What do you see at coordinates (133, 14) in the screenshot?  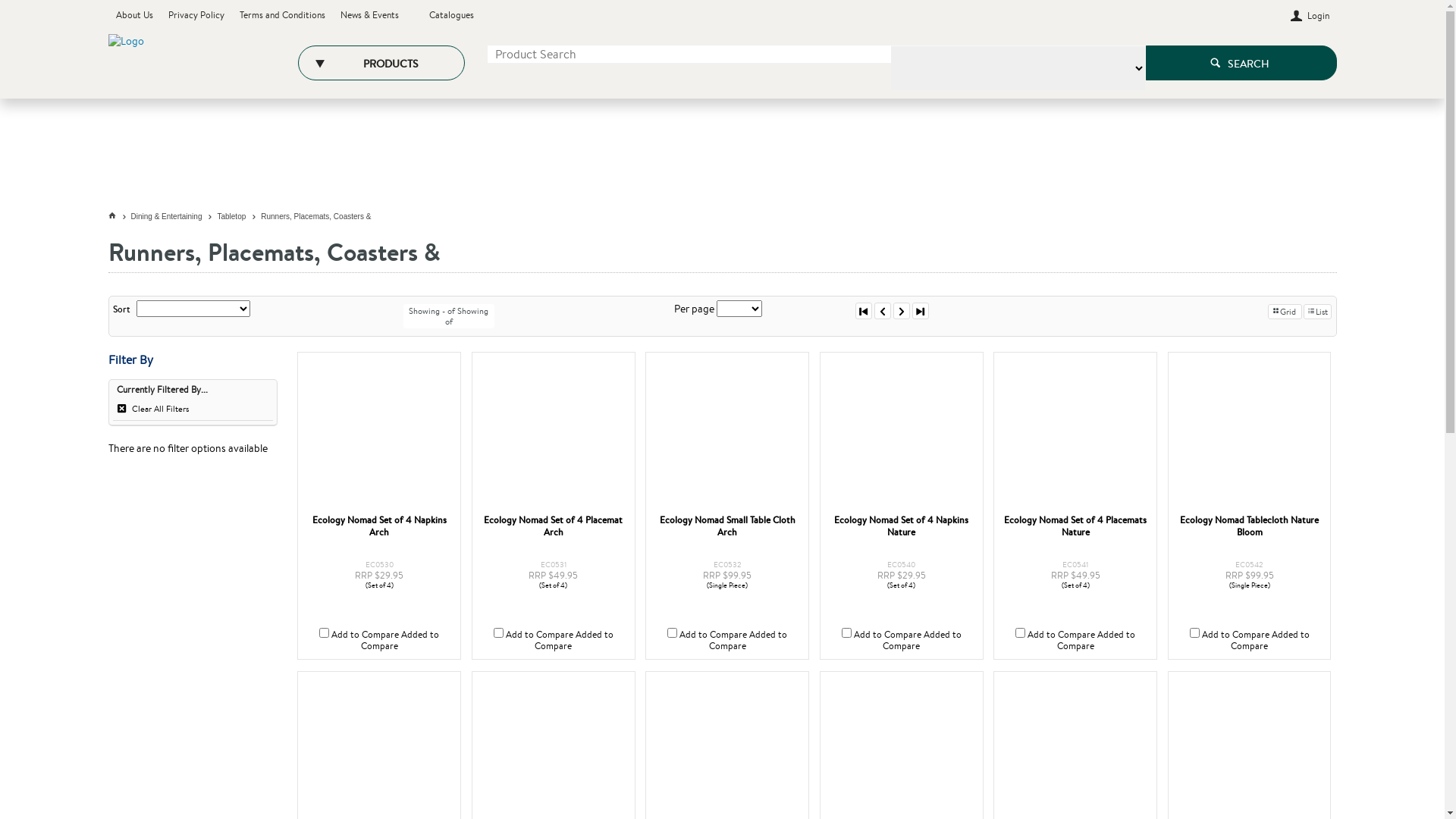 I see `'About Us'` at bounding box center [133, 14].